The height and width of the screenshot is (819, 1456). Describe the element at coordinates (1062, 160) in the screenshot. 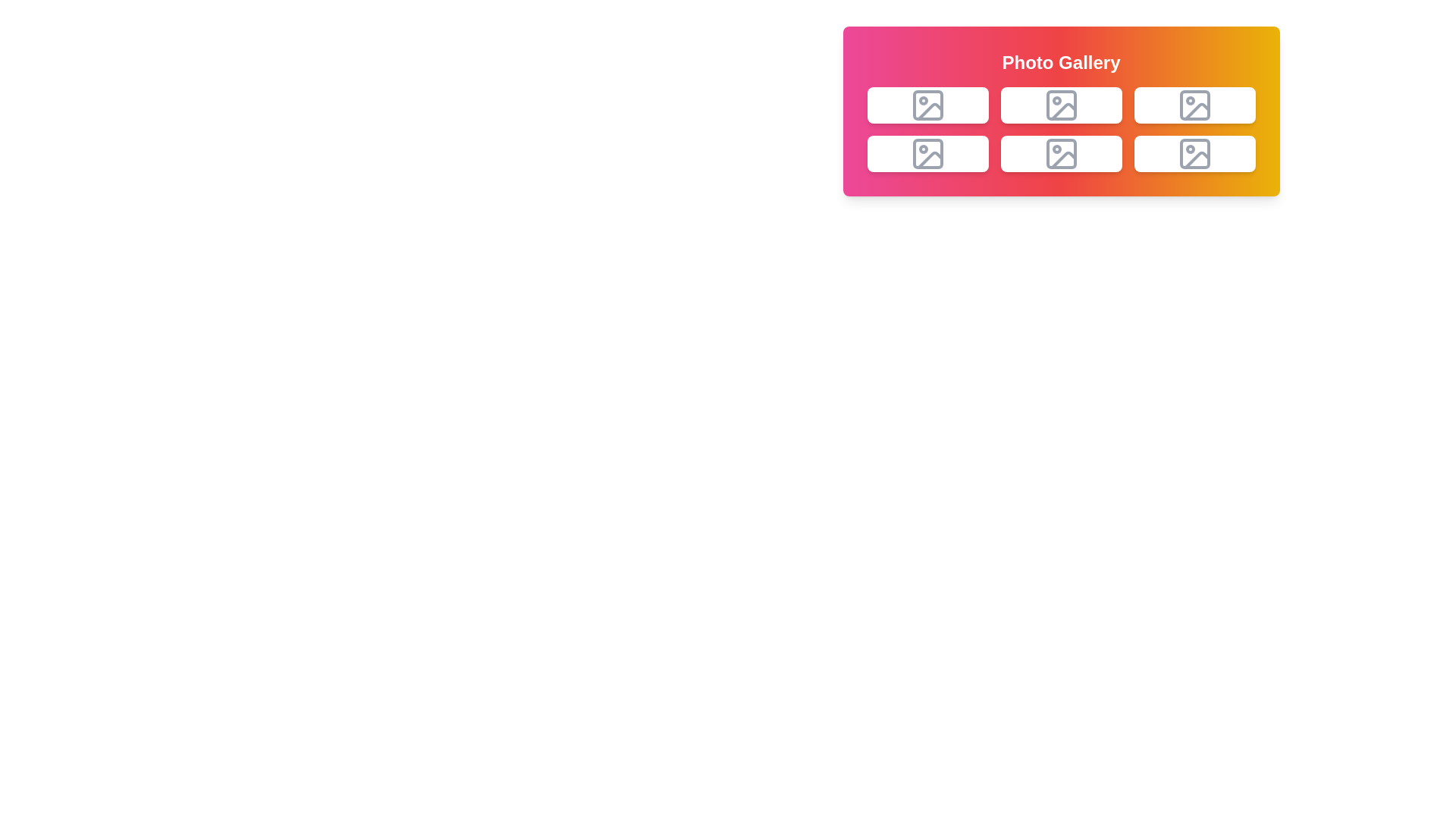

I see `the icon resembling a mountain peak located in the third image panel of the second row in the photo gallery grid` at that location.